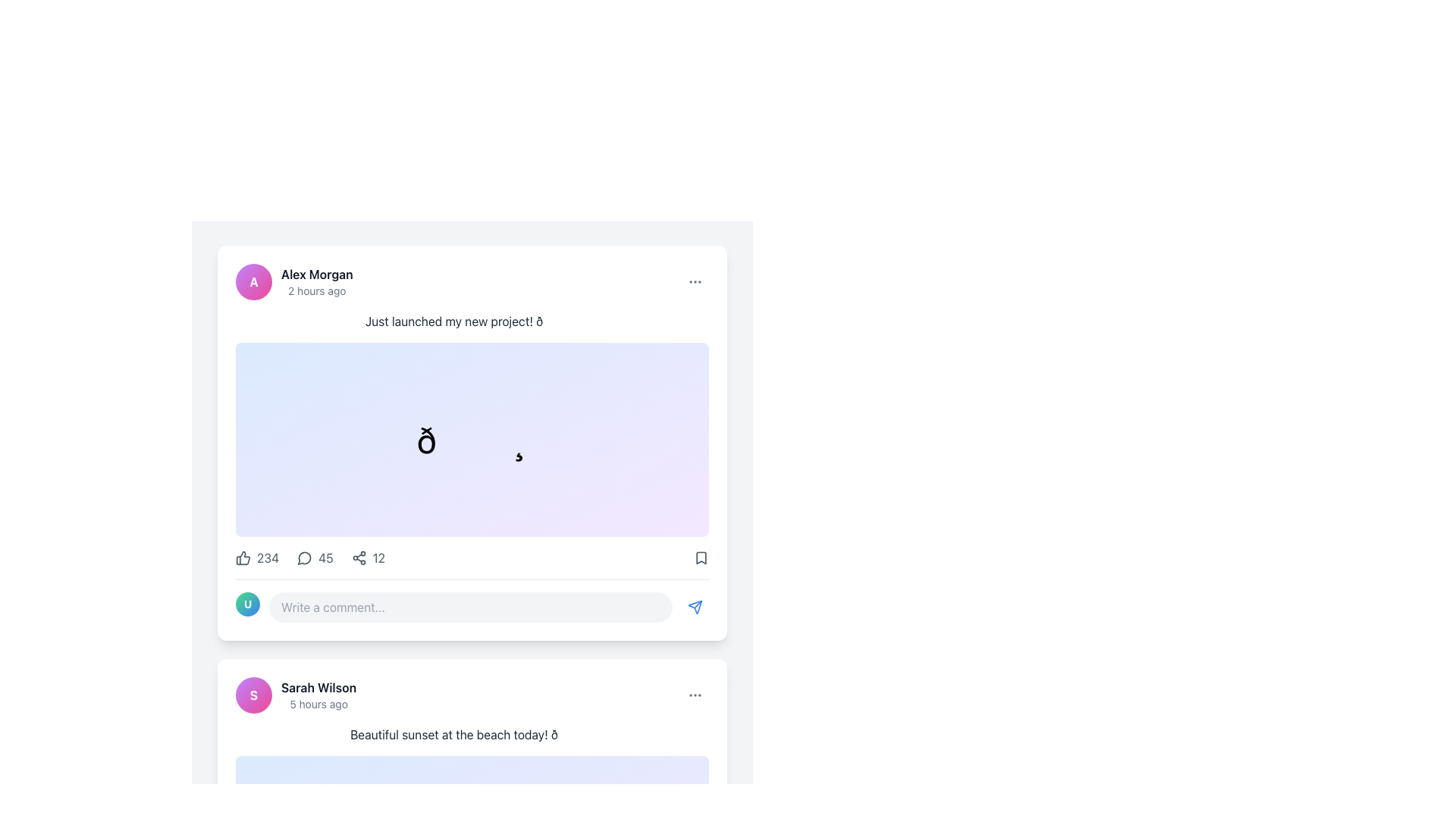 Image resolution: width=1456 pixels, height=819 pixels. I want to click on the text element stating 'Beautiful sunset at the beach today! 🌅', which is medium gray and located in a post by 'Sarah Wilson', so click(472, 733).